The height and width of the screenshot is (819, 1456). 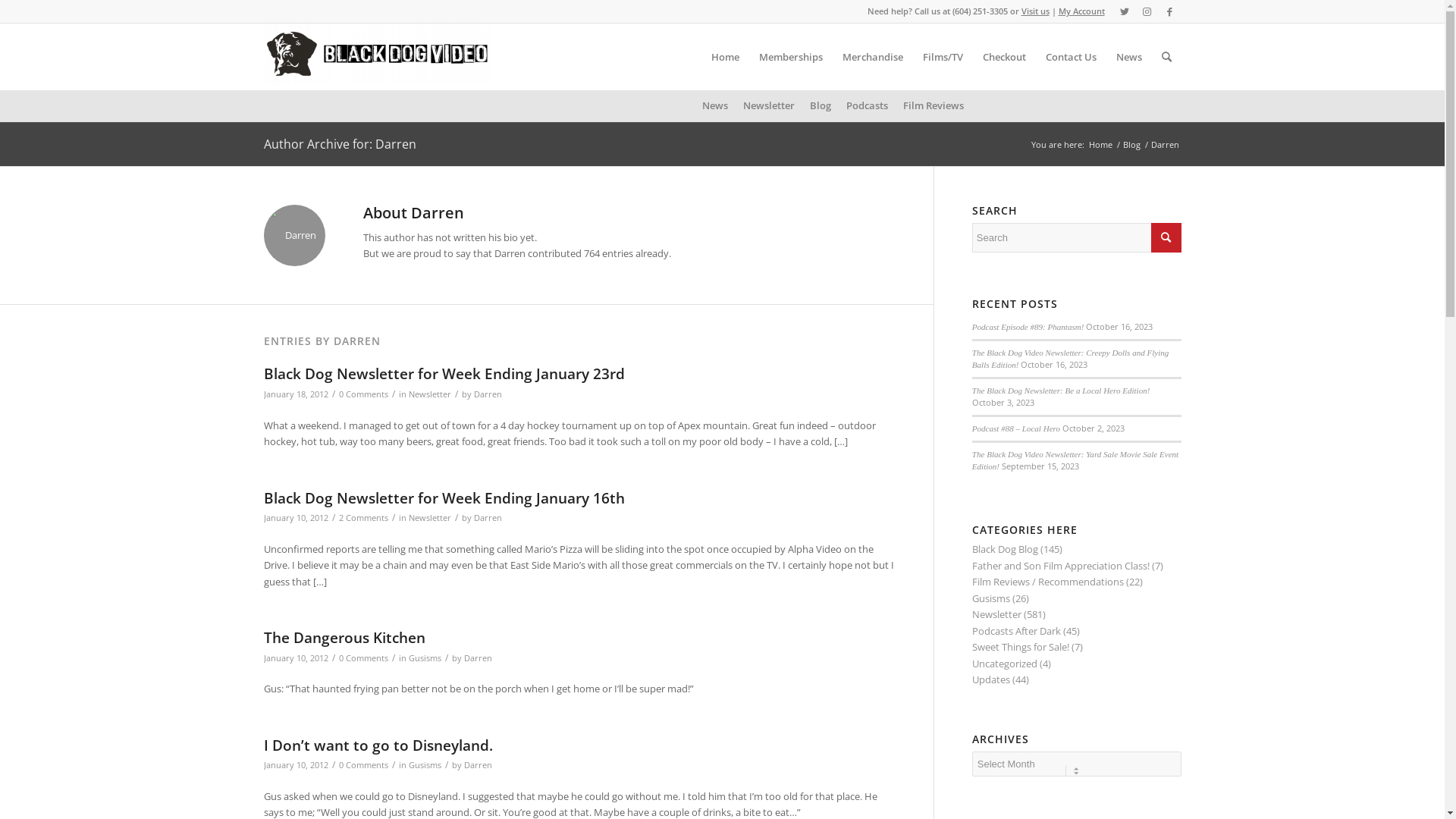 What do you see at coordinates (873, 55) in the screenshot?
I see `'Merchandise'` at bounding box center [873, 55].